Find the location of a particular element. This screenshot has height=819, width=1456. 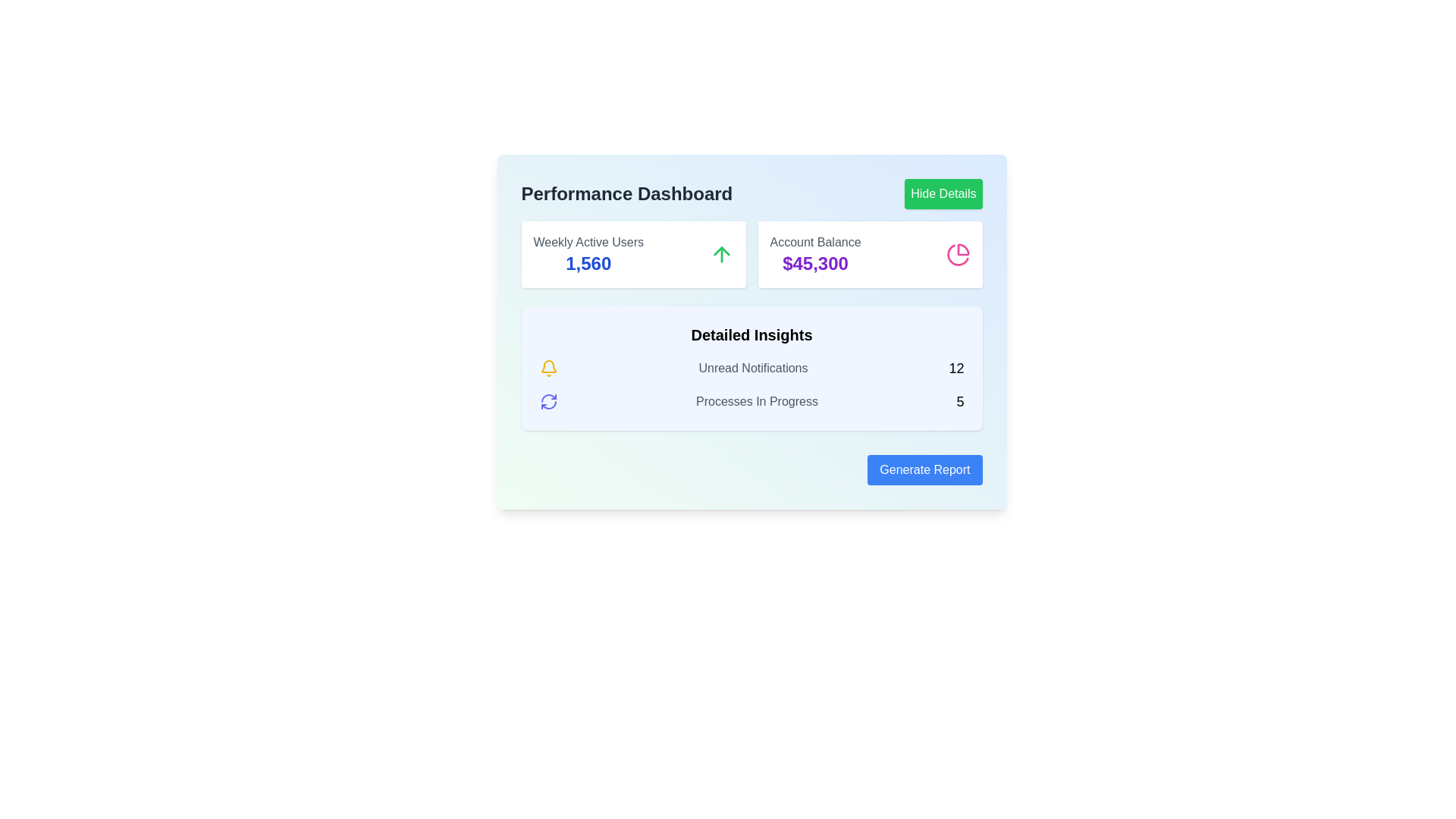

the chart representation icon located inside the 'Account Balance' block, positioned to its far right, to interact with chart-related functionalities is located at coordinates (957, 253).